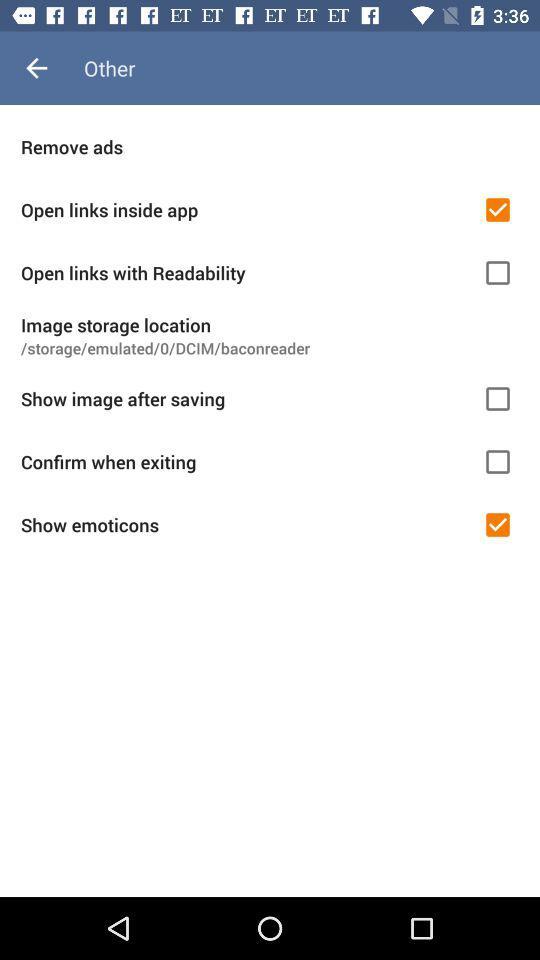 Image resolution: width=540 pixels, height=960 pixels. What do you see at coordinates (270, 145) in the screenshot?
I see `the remove ads` at bounding box center [270, 145].